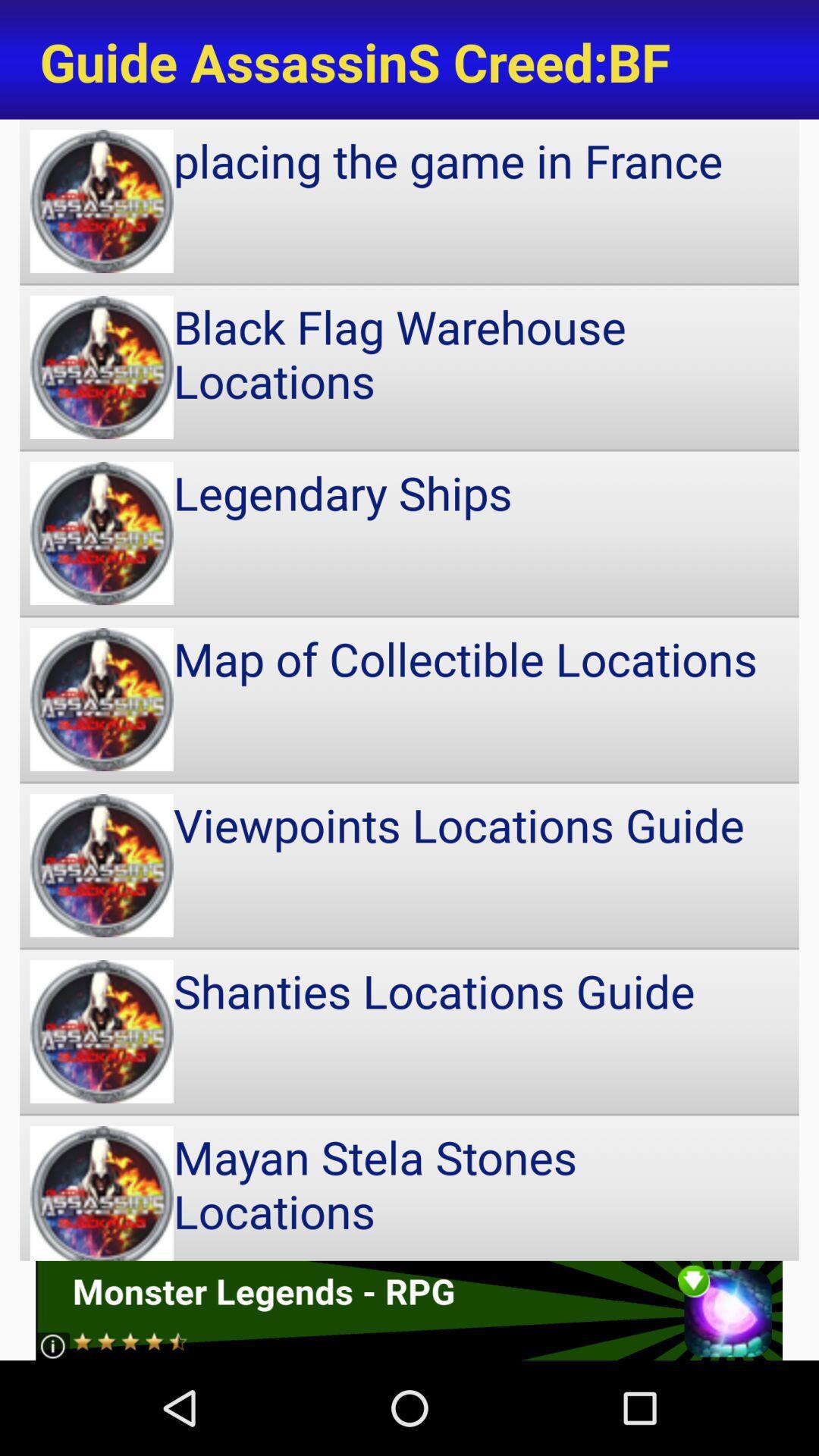  I want to click on icon above the viewpoints locations guide, so click(409, 698).